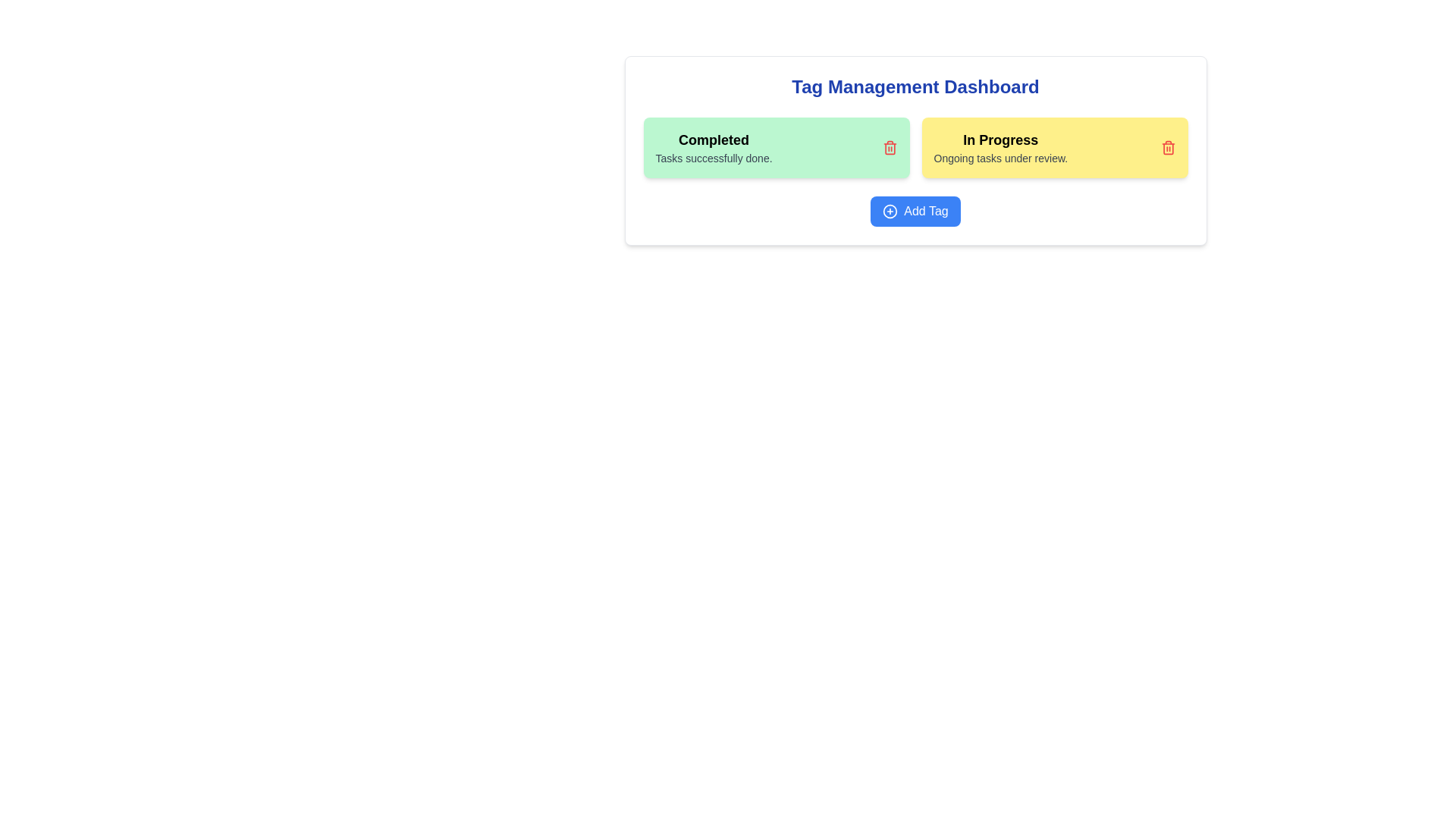  I want to click on the SVG icon located at the leftmost position of the 'Add Tag' button, so click(890, 211).